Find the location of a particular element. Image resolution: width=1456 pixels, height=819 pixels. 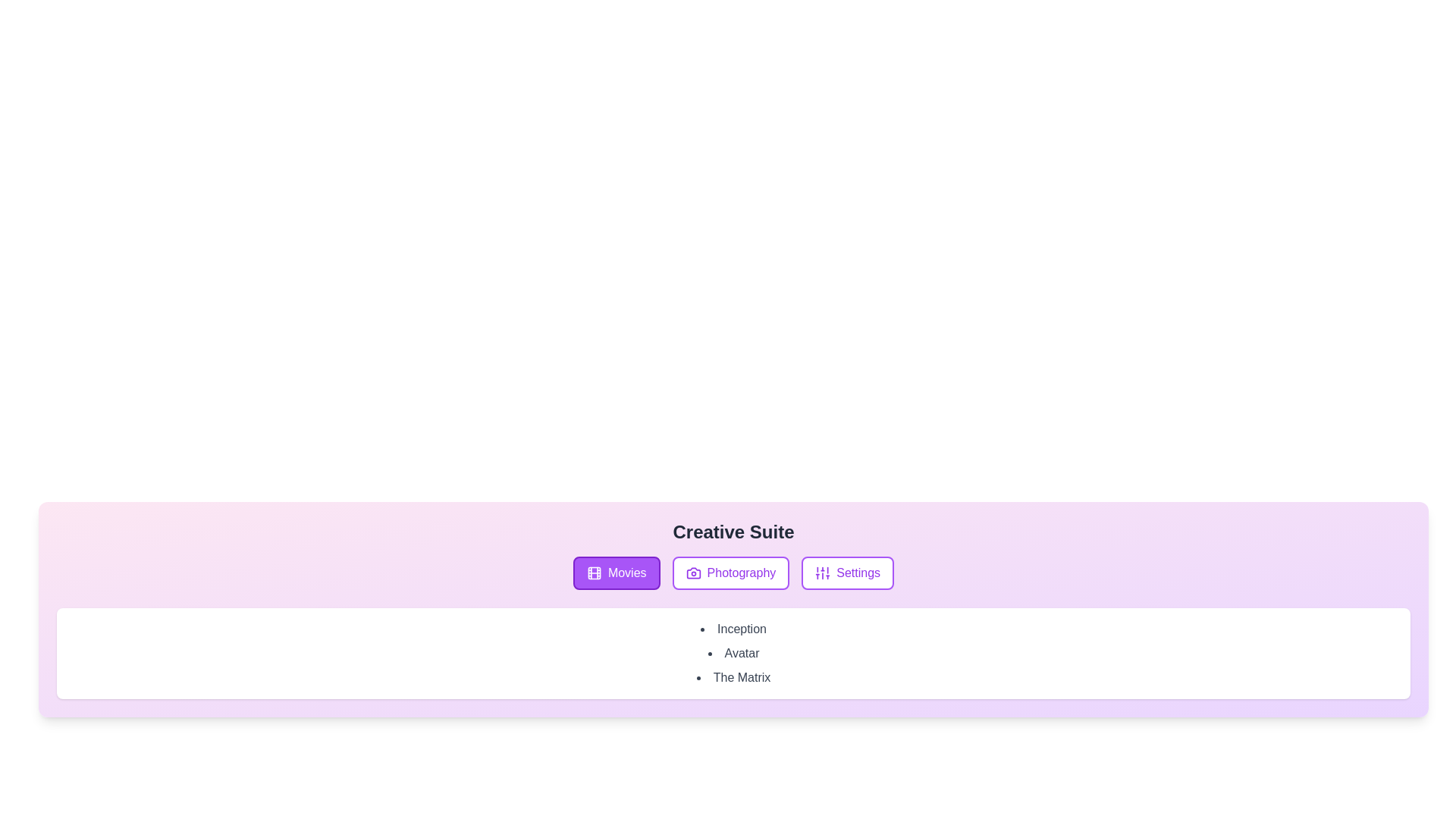

the text item reading 'Avatar', which is the second item in a bulleted list styled in a simple text format is located at coordinates (733, 652).